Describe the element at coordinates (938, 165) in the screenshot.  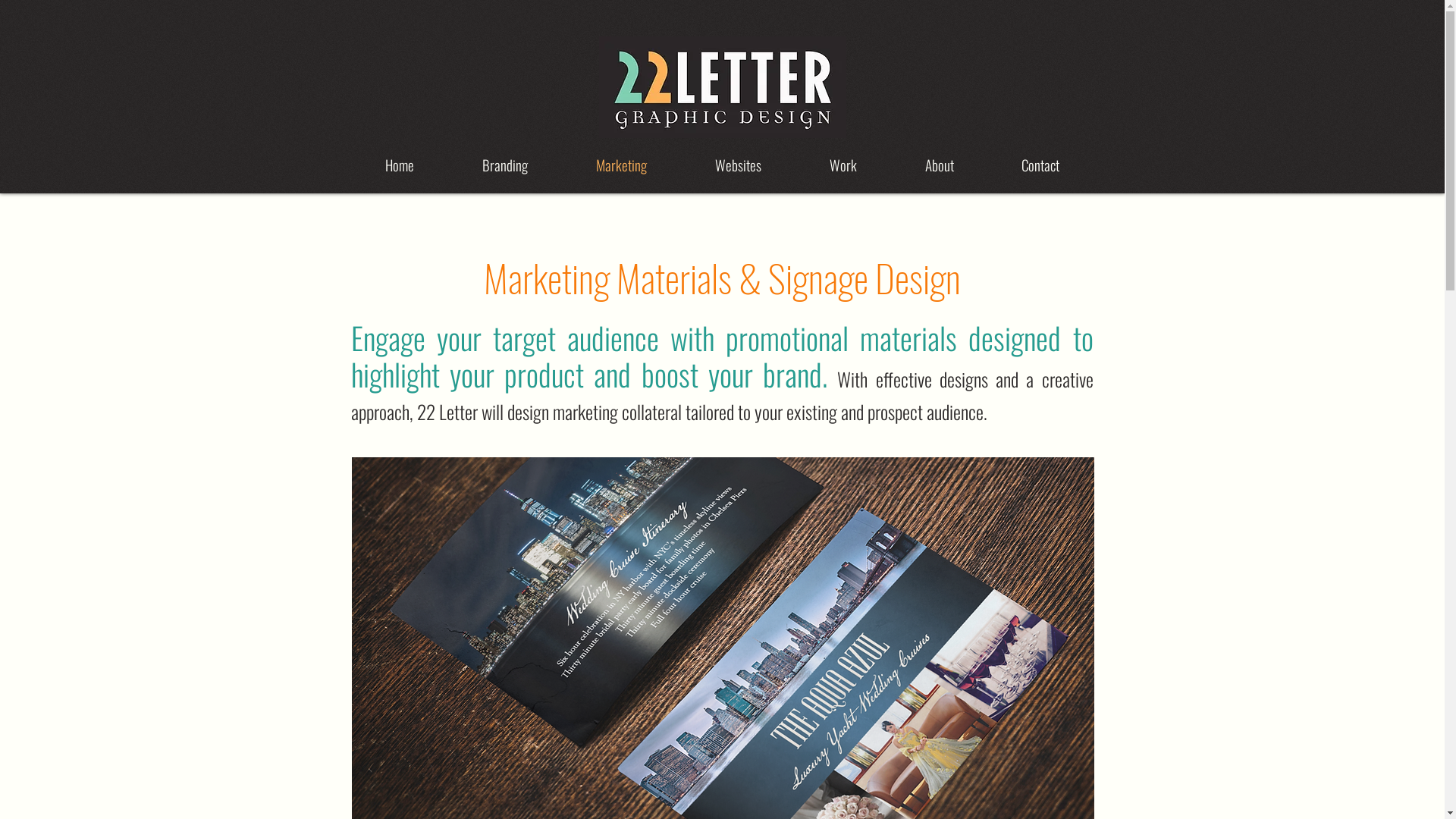
I see `'About'` at that location.